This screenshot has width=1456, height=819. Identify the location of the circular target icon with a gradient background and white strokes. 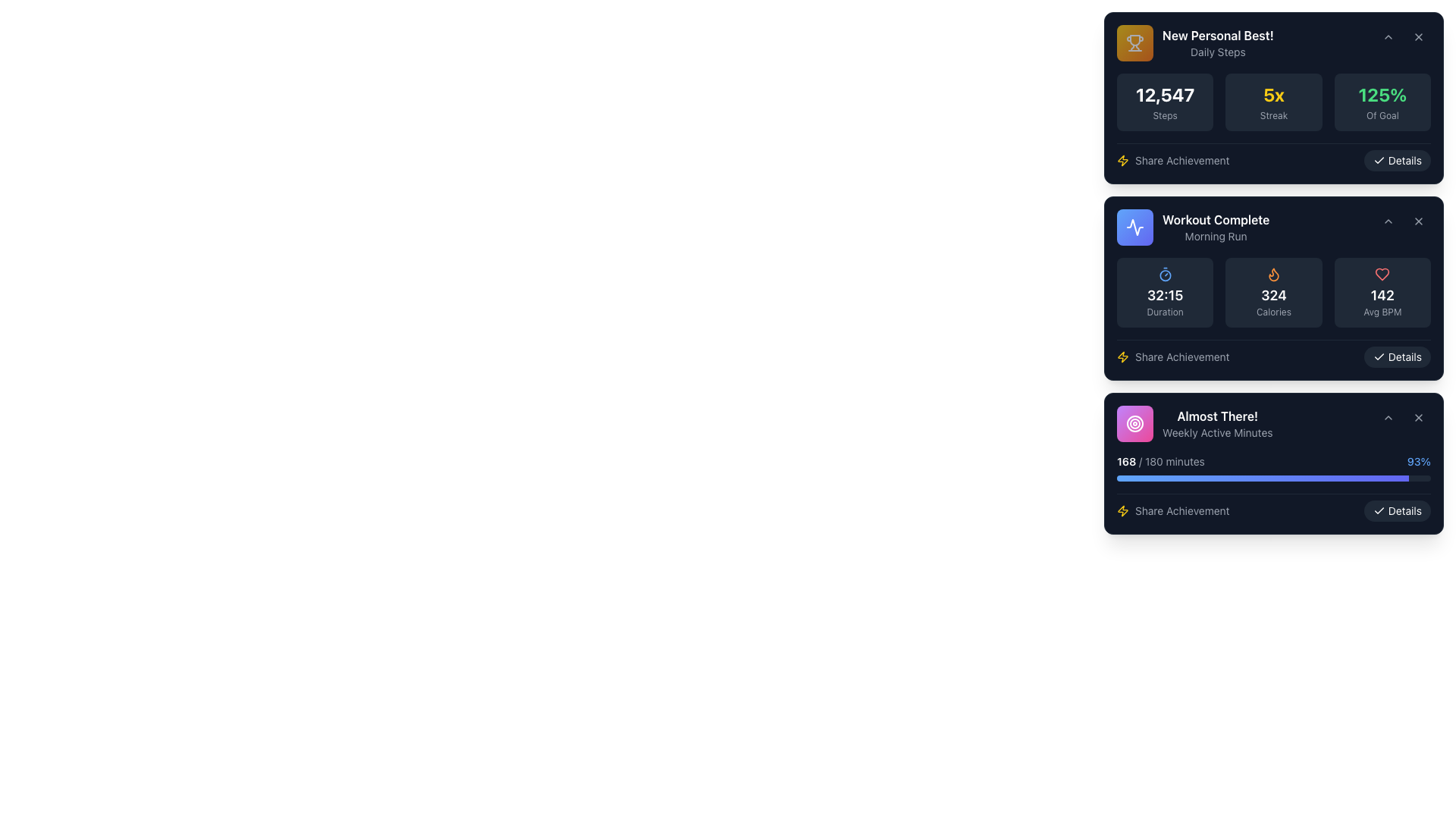
(1135, 424).